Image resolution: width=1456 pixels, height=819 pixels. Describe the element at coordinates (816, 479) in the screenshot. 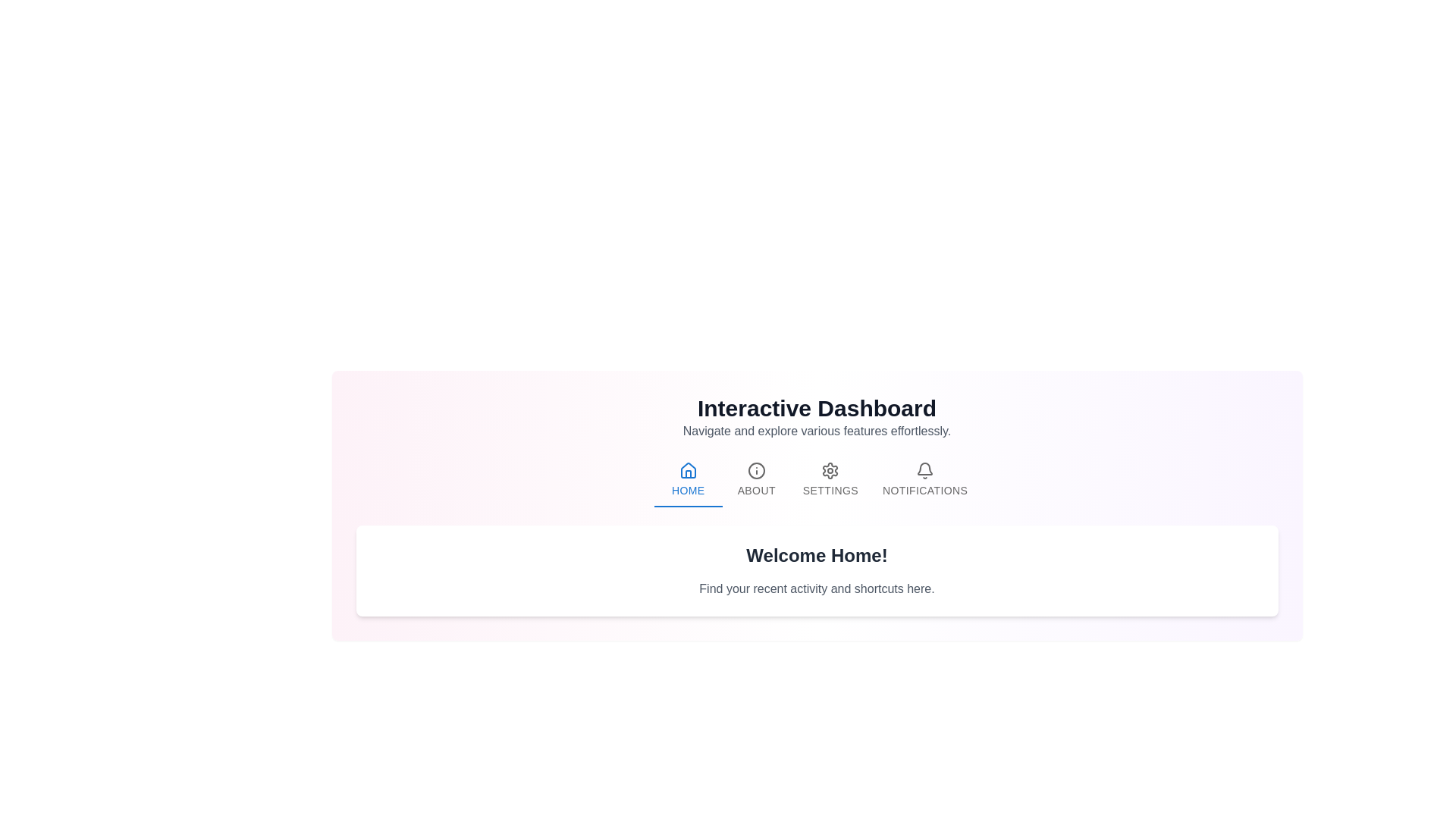

I see `the 'Settings' tab of the Horizontal Navigation Tab Bar` at that location.